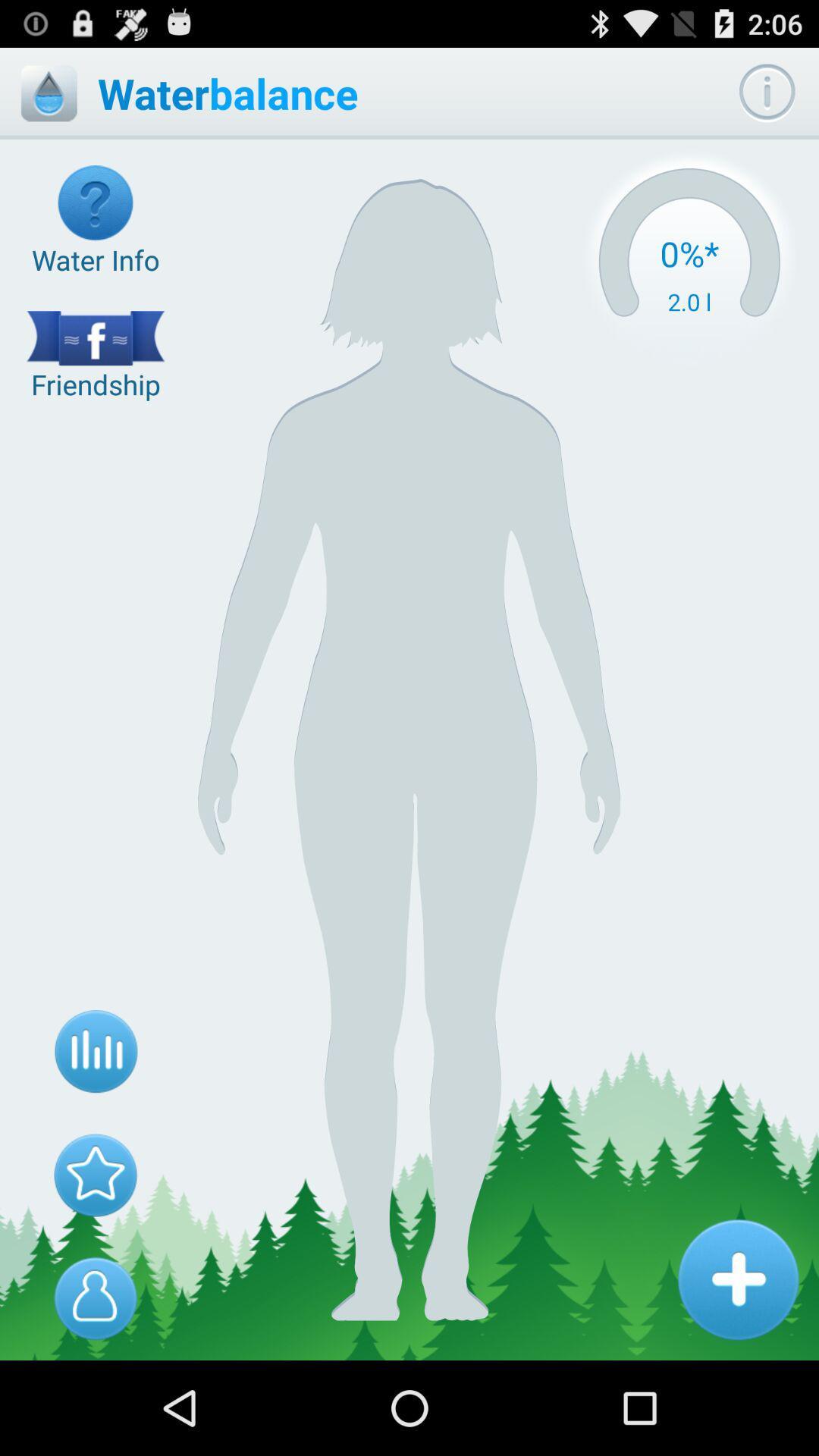 Image resolution: width=819 pixels, height=1456 pixels. What do you see at coordinates (48, 93) in the screenshot?
I see `item next to waterbalance` at bounding box center [48, 93].